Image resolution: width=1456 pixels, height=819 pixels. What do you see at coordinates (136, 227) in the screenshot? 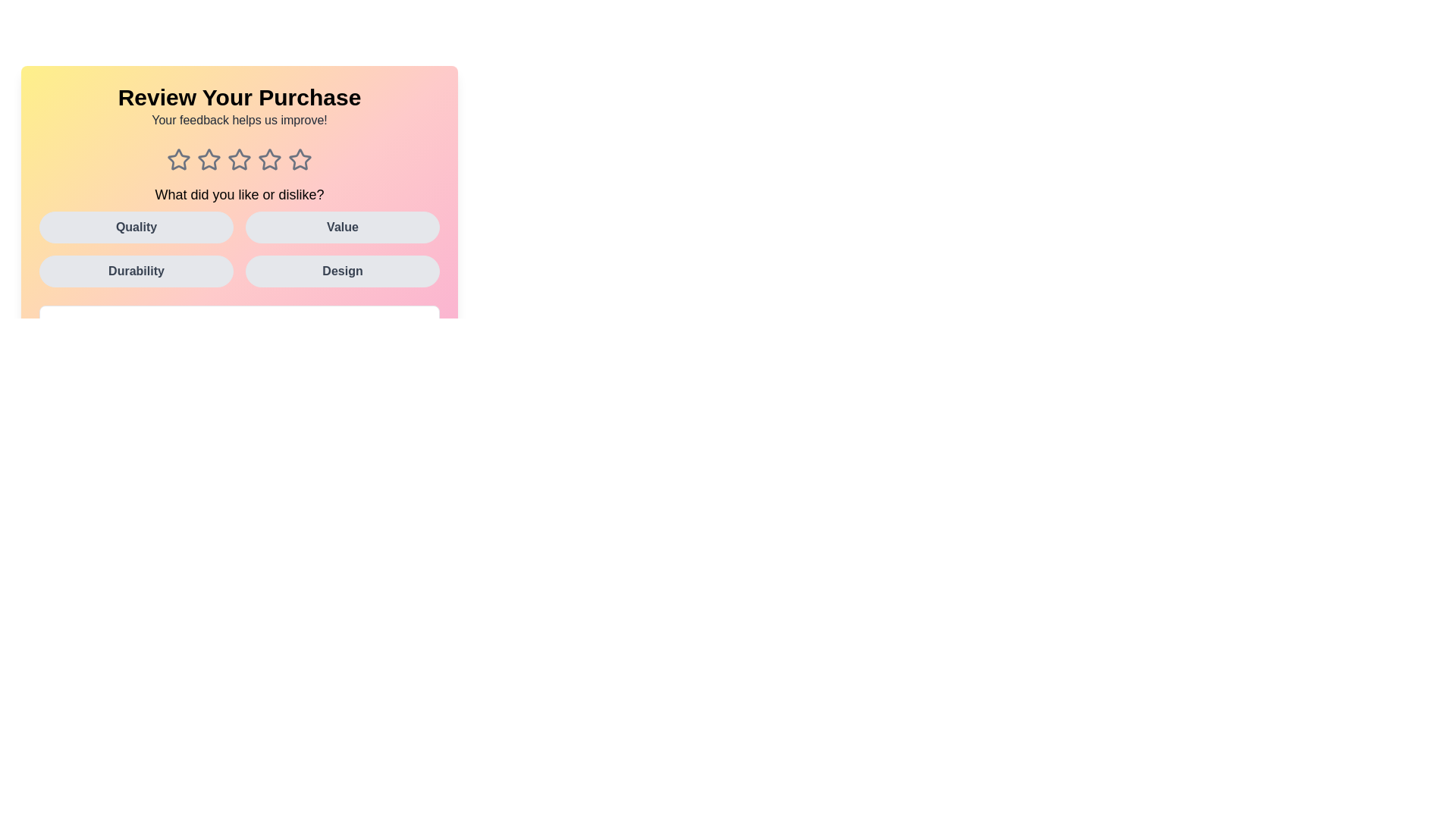
I see `the 'Quality' button, which is the first button in a grid layout` at bounding box center [136, 227].